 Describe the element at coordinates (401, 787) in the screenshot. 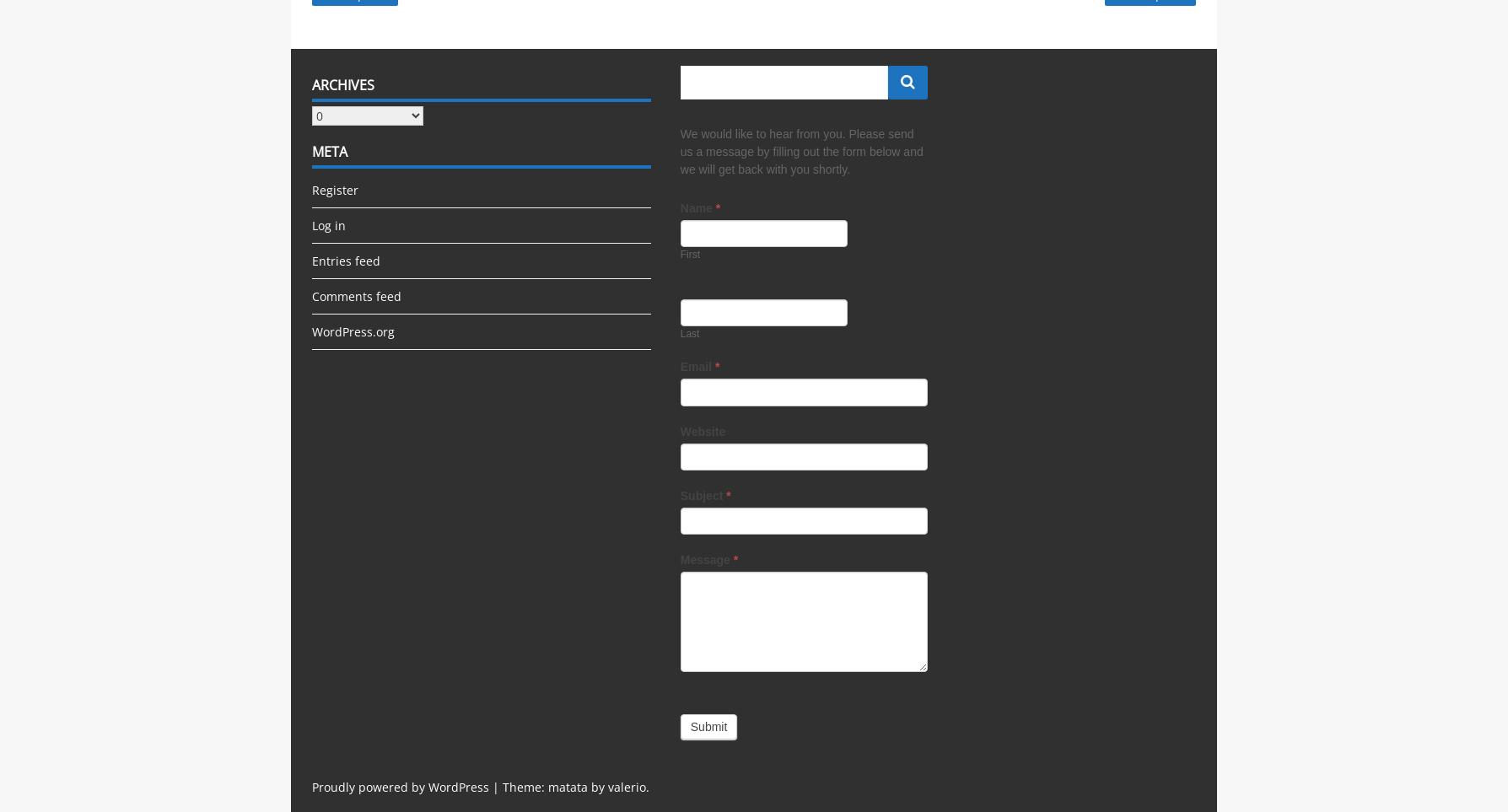

I see `'Proudly powered by WordPress'` at that location.